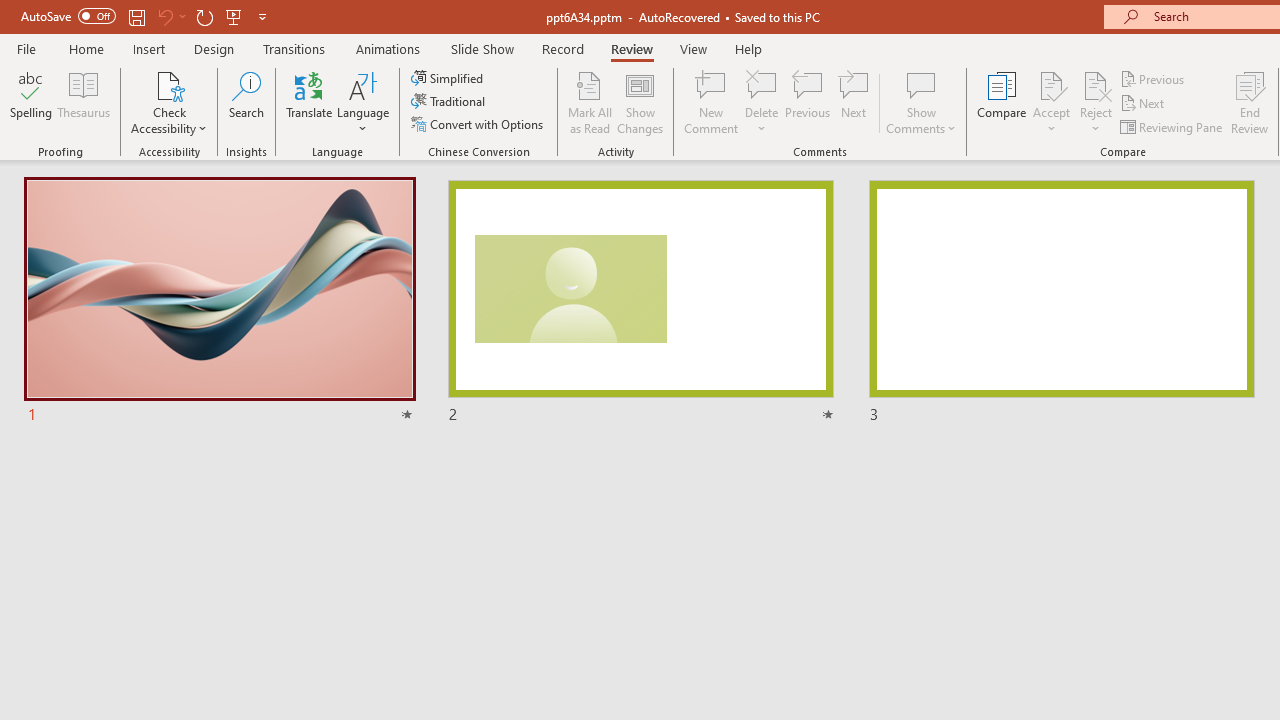 The image size is (1280, 720). What do you see at coordinates (630, 48) in the screenshot?
I see `'Review'` at bounding box center [630, 48].